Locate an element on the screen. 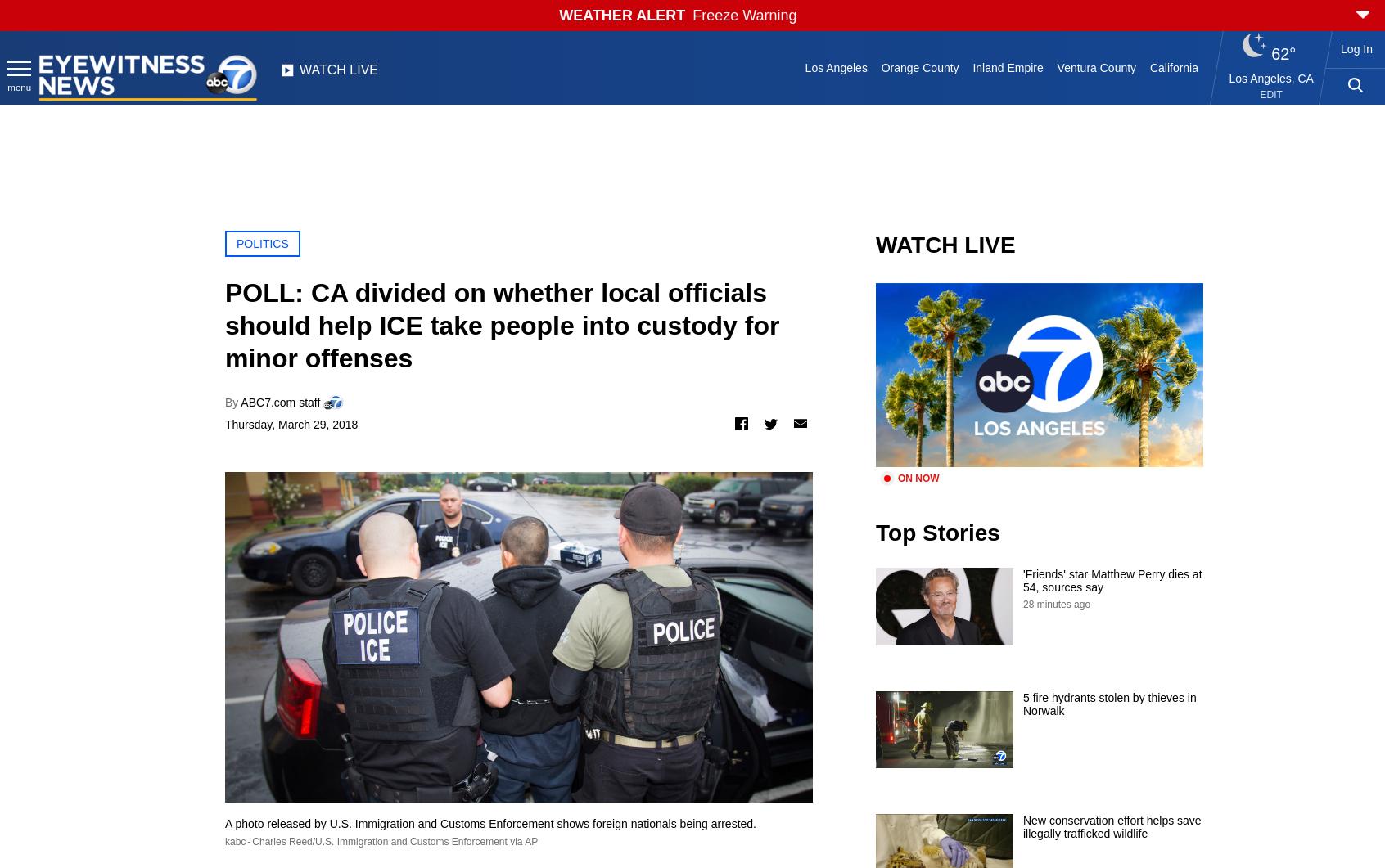 This screenshot has height=868, width=1385. 'California' is located at coordinates (1172, 67).